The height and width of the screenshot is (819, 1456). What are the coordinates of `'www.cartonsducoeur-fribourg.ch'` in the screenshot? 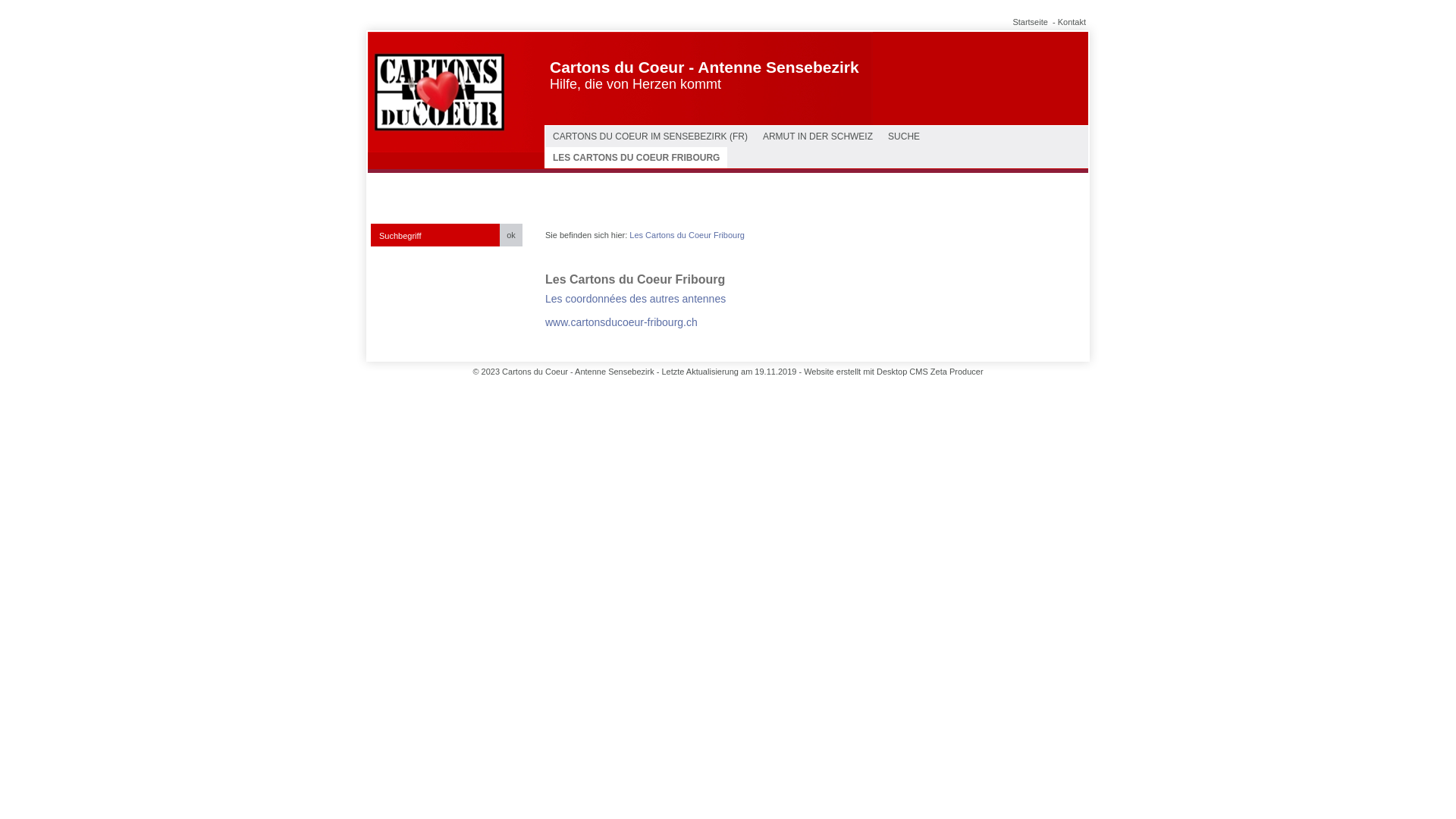 It's located at (545, 321).